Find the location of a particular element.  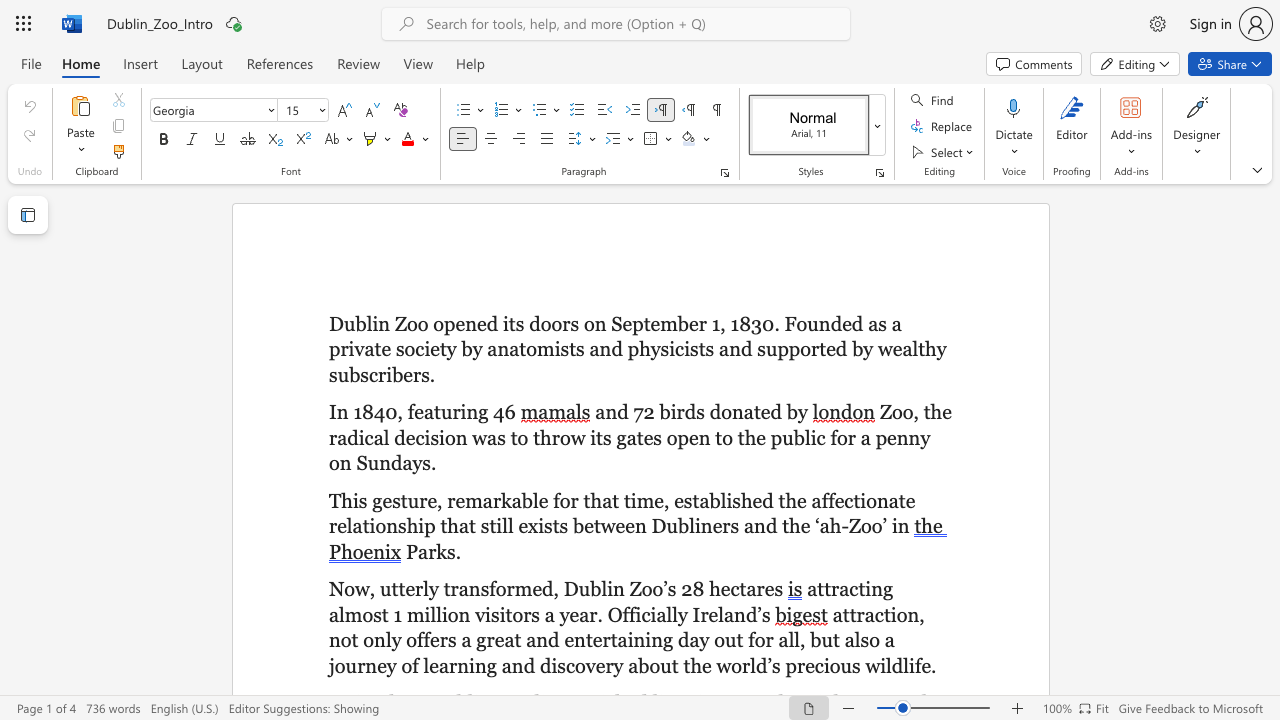

the subset text "te" within the text "and 72 birds donated by" is located at coordinates (752, 411).